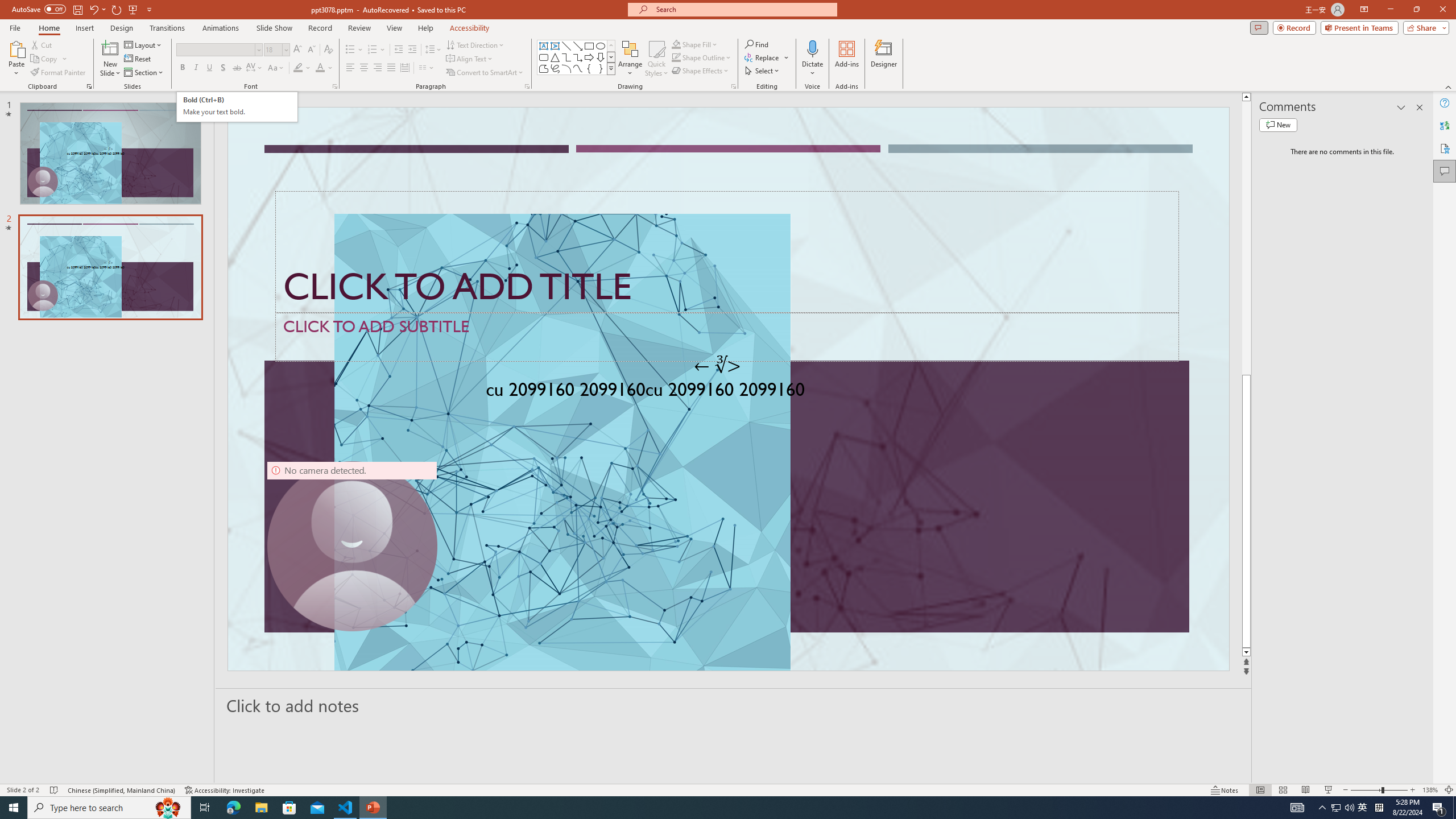 The height and width of the screenshot is (819, 1456). What do you see at coordinates (110, 59) in the screenshot?
I see `'New Slide'` at bounding box center [110, 59].